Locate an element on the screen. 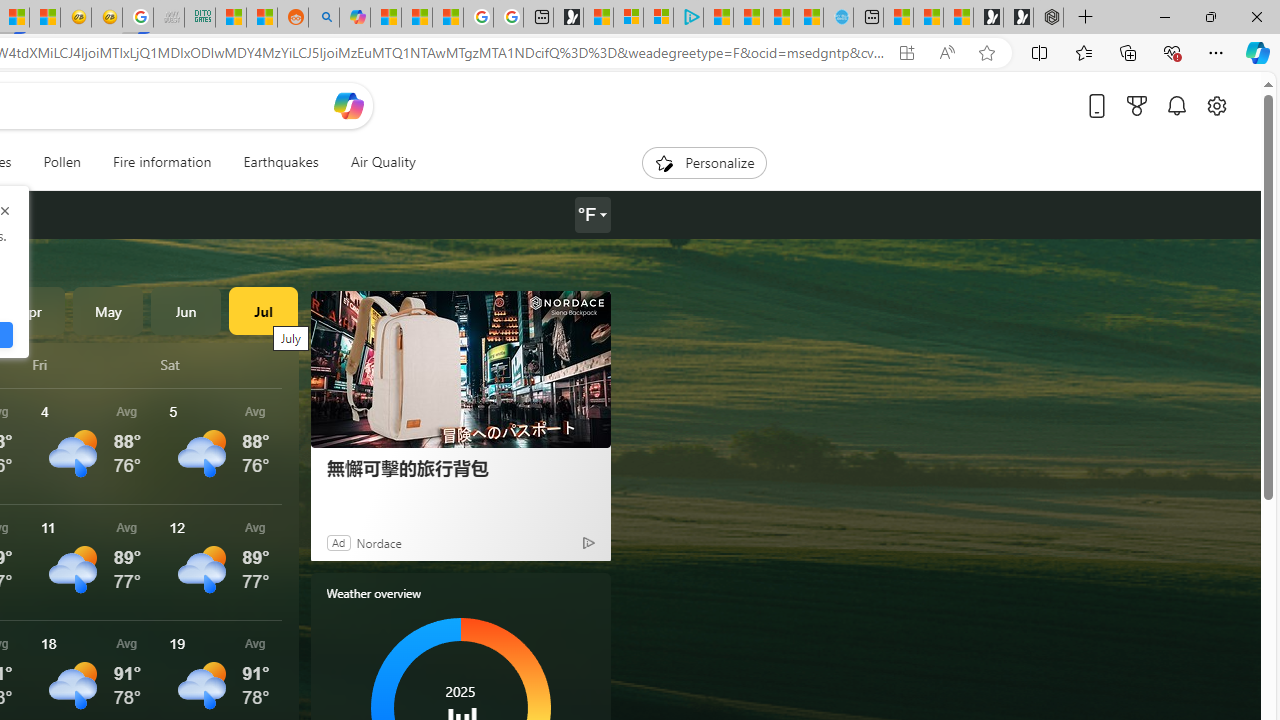 This screenshot has height=720, width=1280. 'May' is located at coordinates (107, 311).